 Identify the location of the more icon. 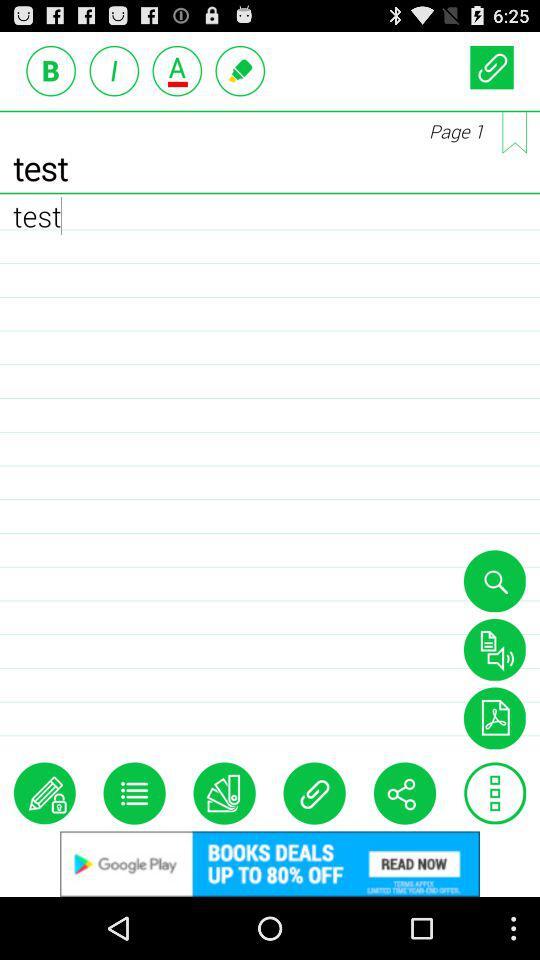
(494, 848).